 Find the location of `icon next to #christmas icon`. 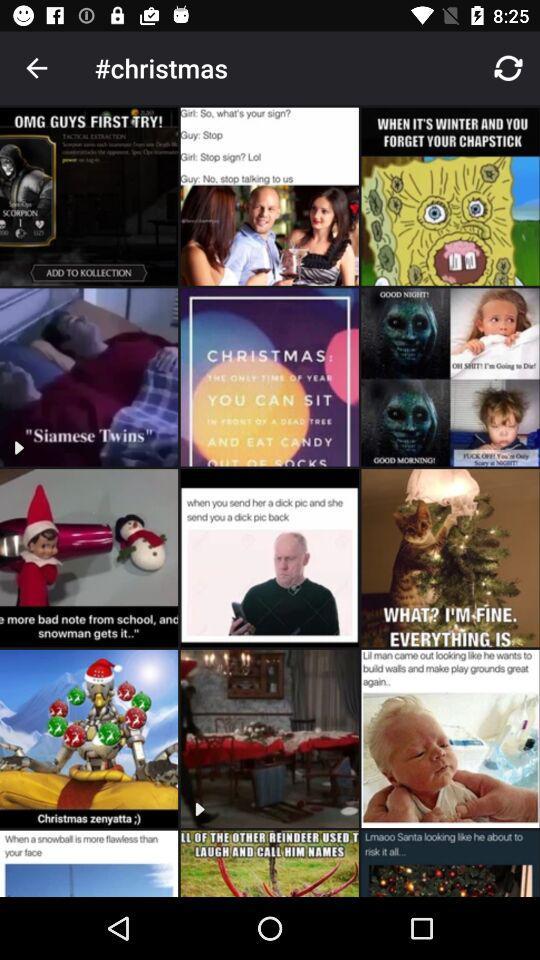

icon next to #christmas icon is located at coordinates (36, 68).